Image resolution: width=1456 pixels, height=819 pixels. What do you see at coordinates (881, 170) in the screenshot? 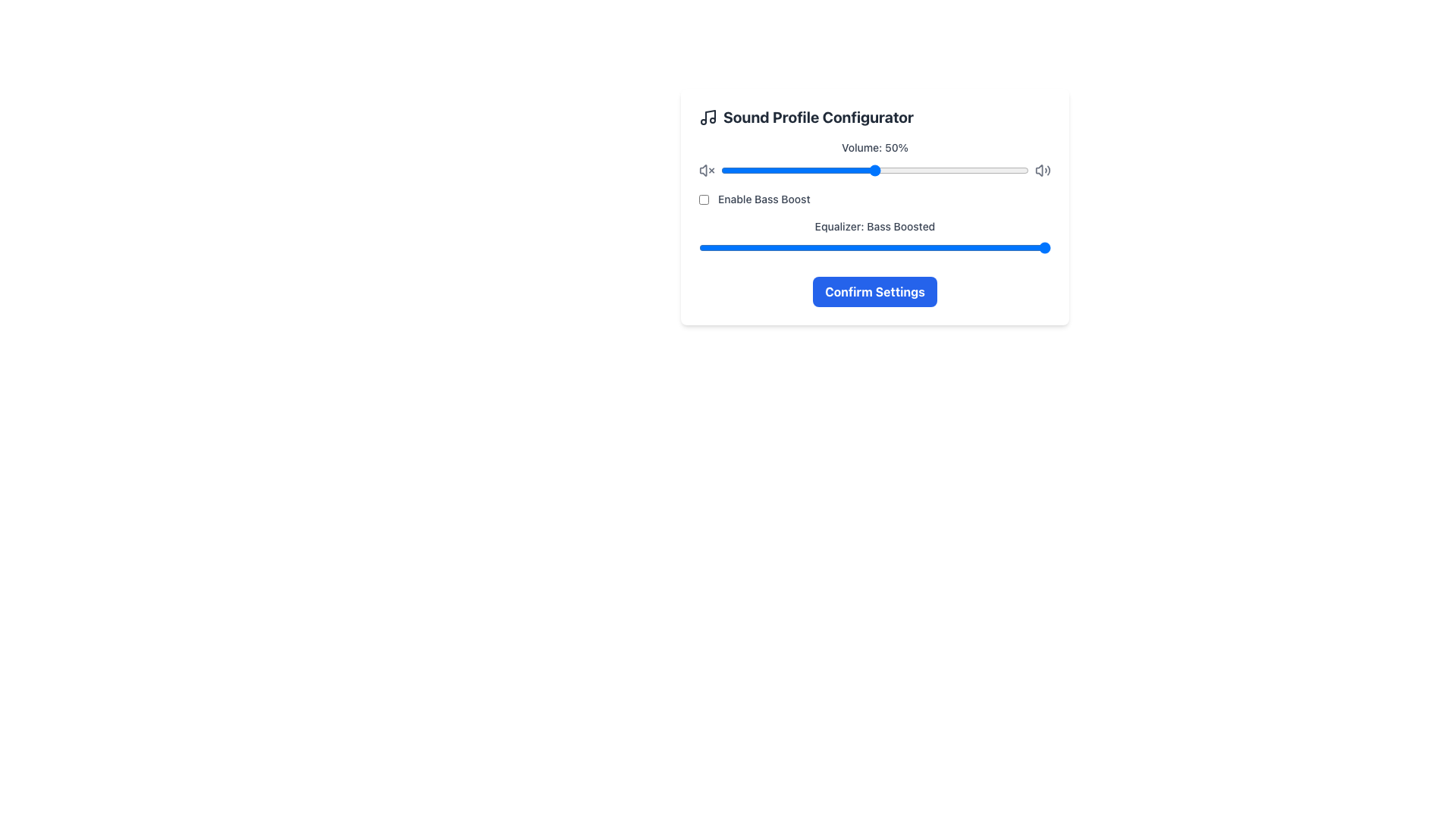
I see `volume` at bounding box center [881, 170].